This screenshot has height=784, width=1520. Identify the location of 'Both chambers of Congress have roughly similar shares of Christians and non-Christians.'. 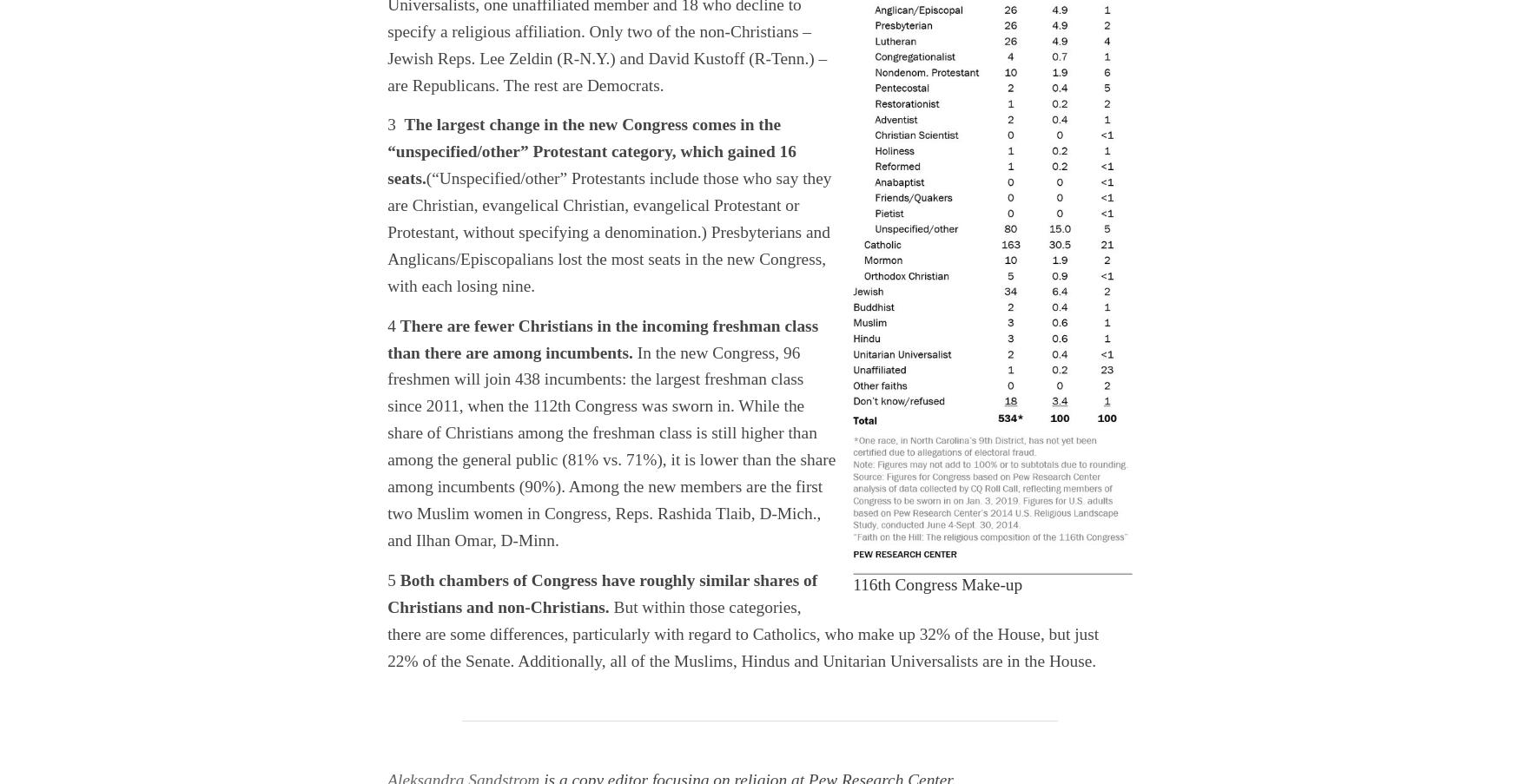
(602, 592).